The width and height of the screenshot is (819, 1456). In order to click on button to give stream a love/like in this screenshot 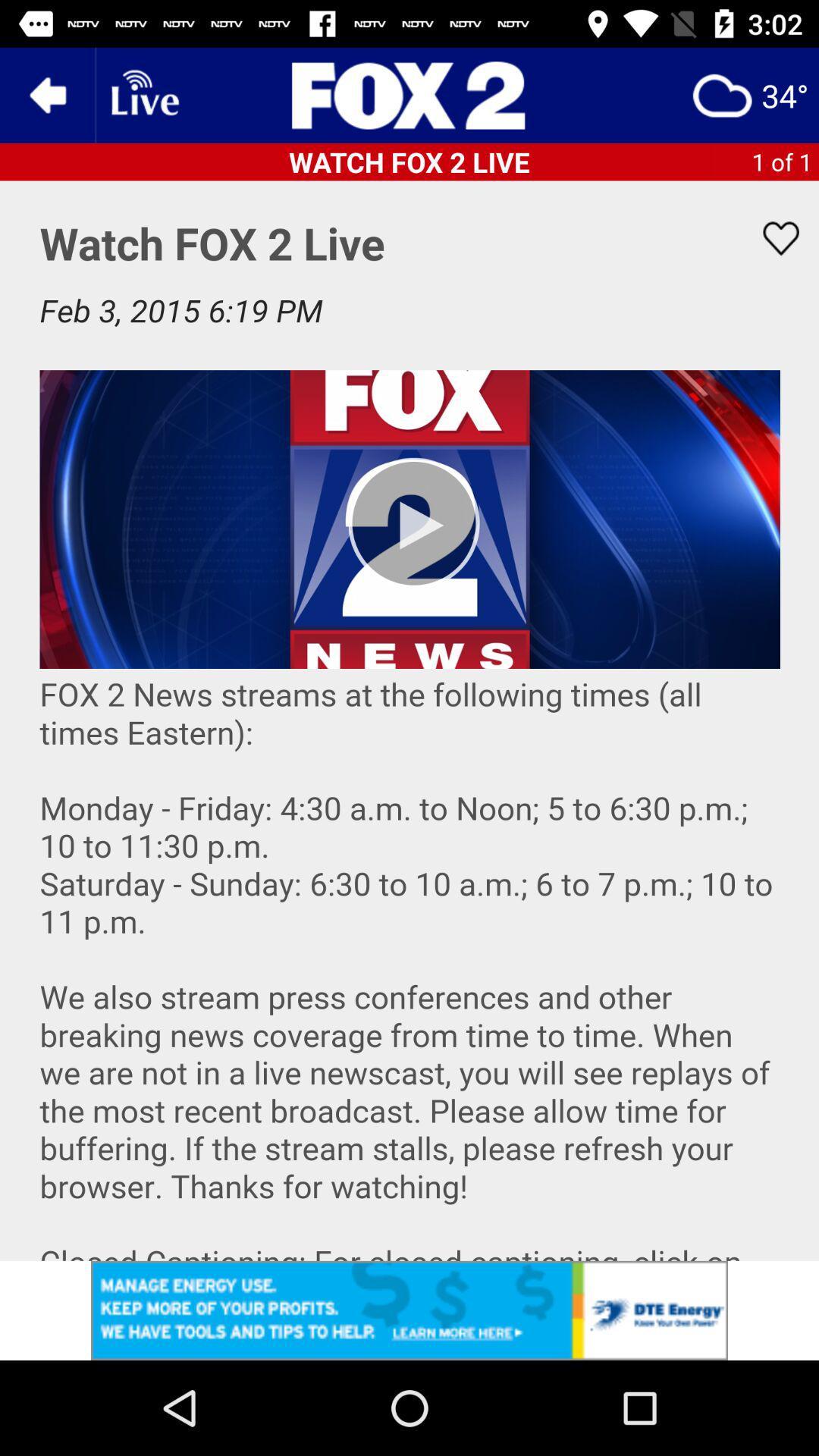, I will do `click(771, 237)`.